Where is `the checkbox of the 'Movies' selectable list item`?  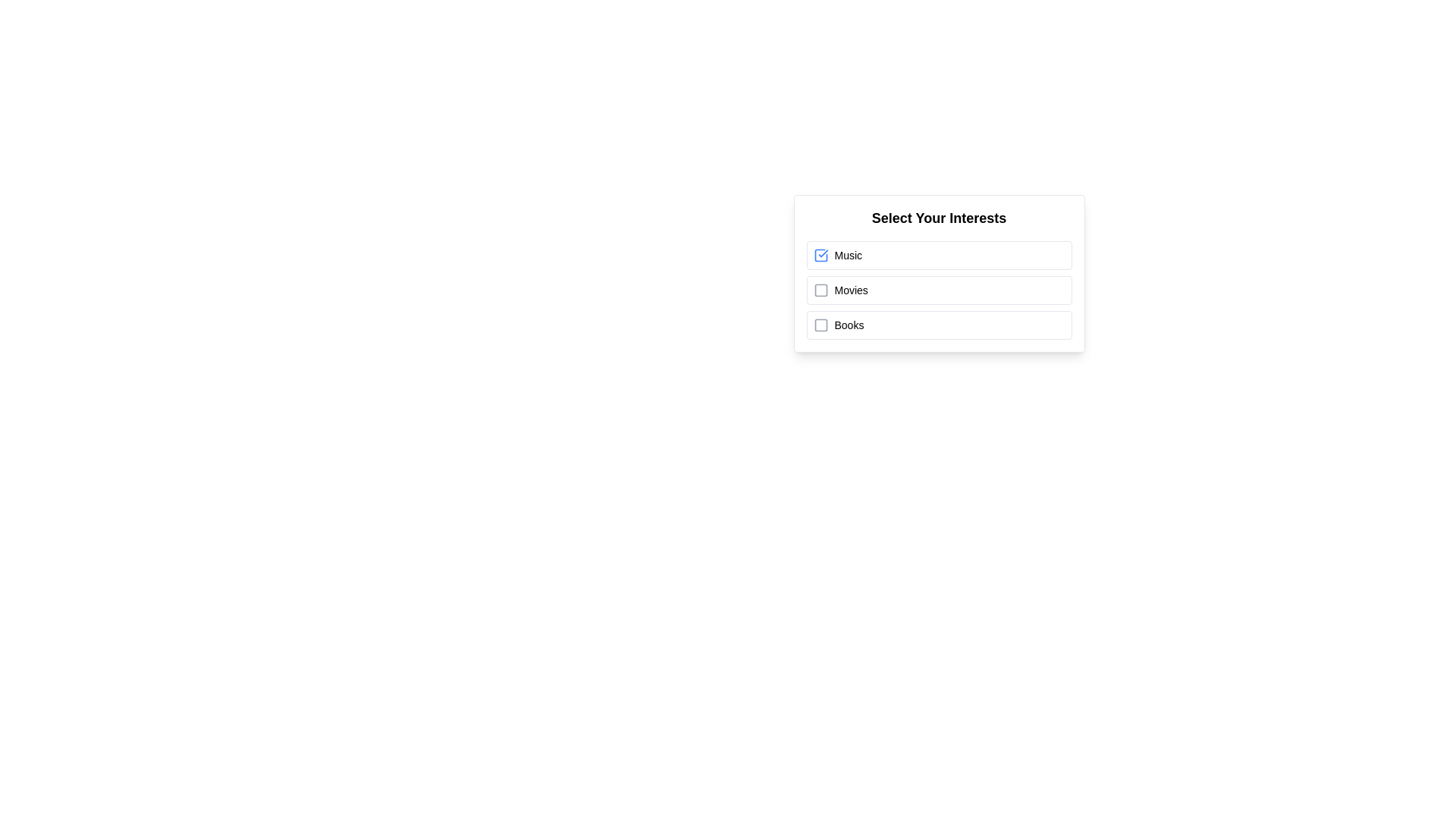 the checkbox of the 'Movies' selectable list item is located at coordinates (938, 290).